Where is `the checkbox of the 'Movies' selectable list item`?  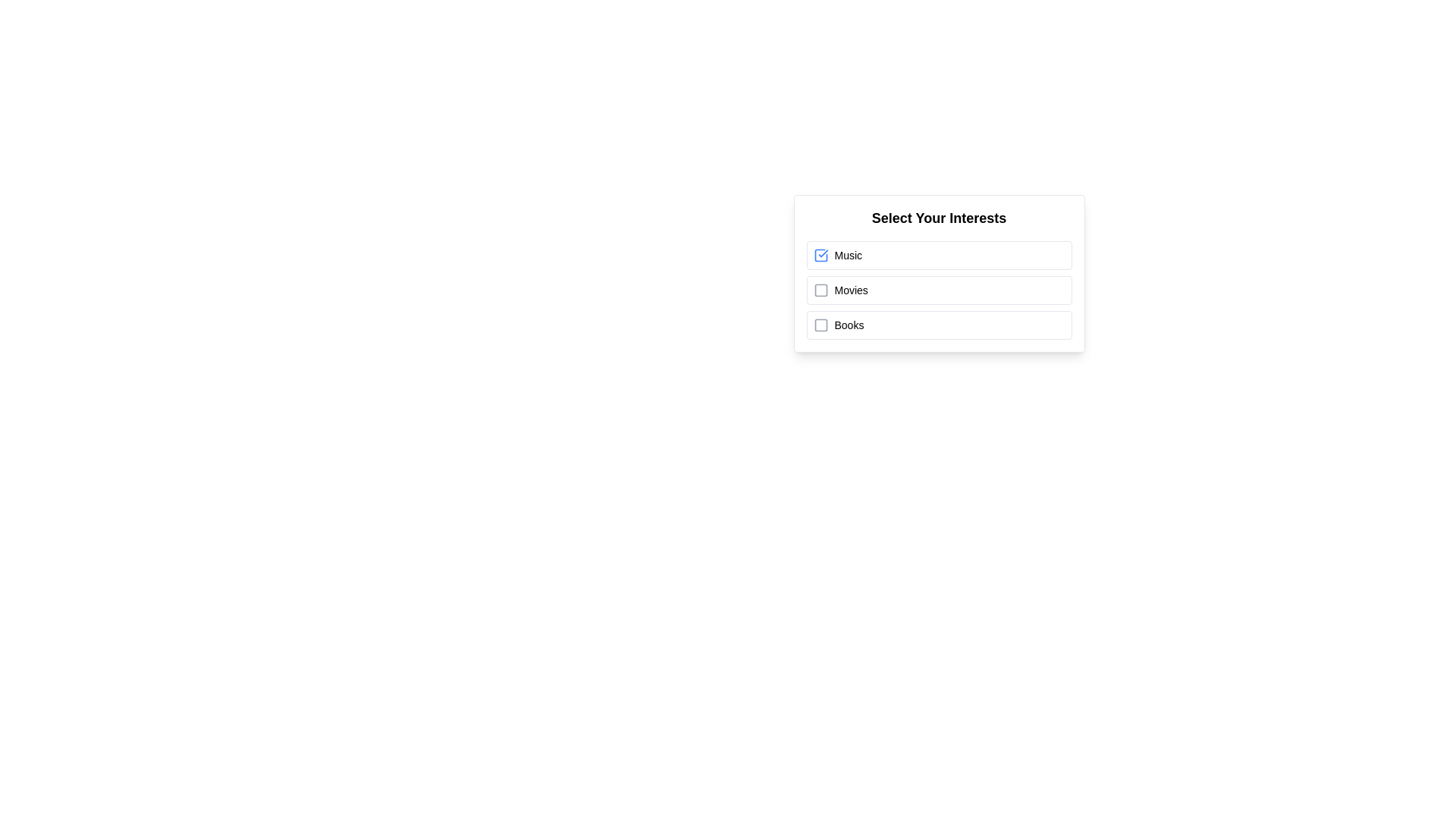 the checkbox of the 'Movies' selectable list item is located at coordinates (938, 290).